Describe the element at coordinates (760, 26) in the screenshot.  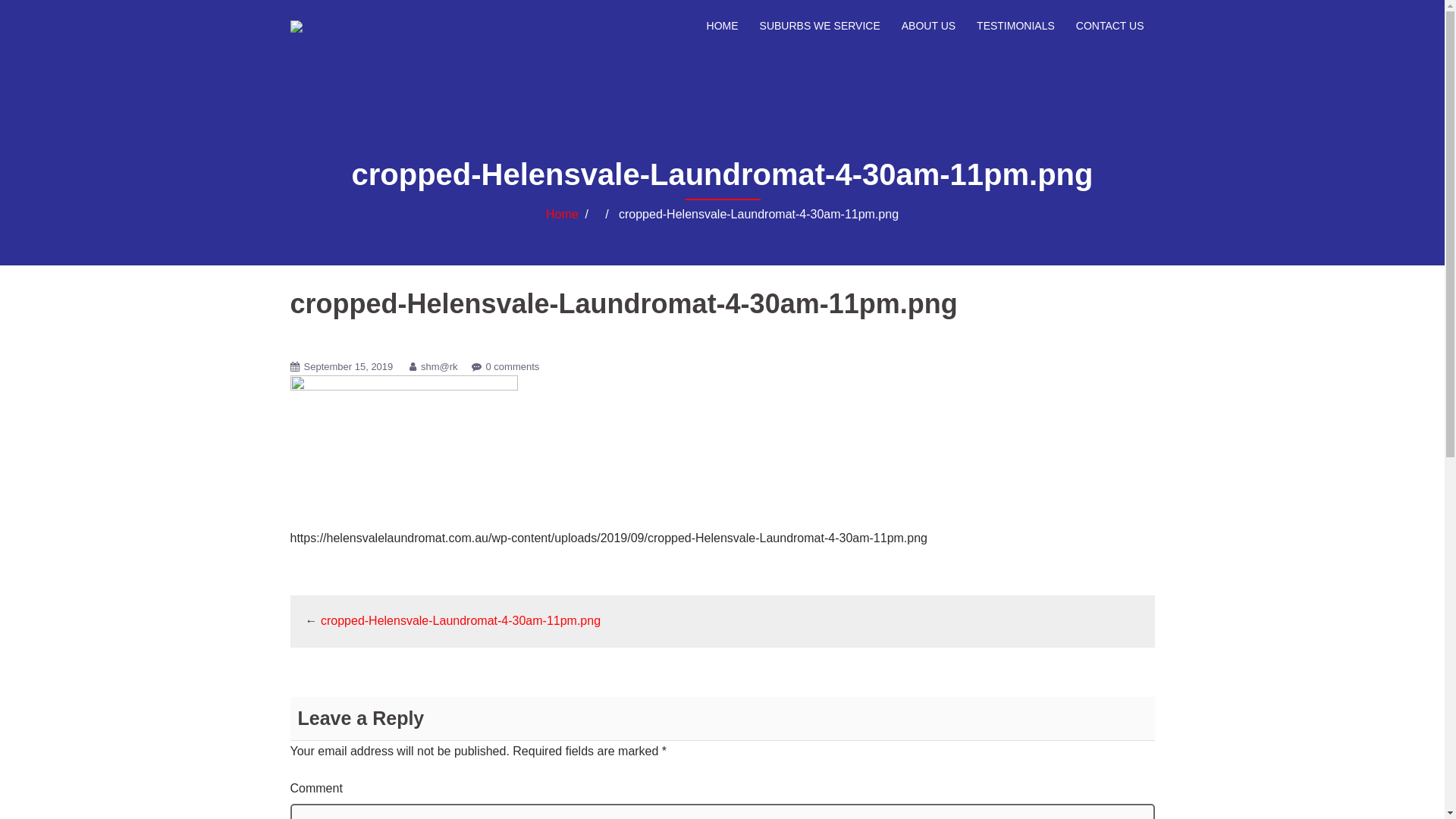
I see `'SUBURBS WE SERVICE'` at that location.